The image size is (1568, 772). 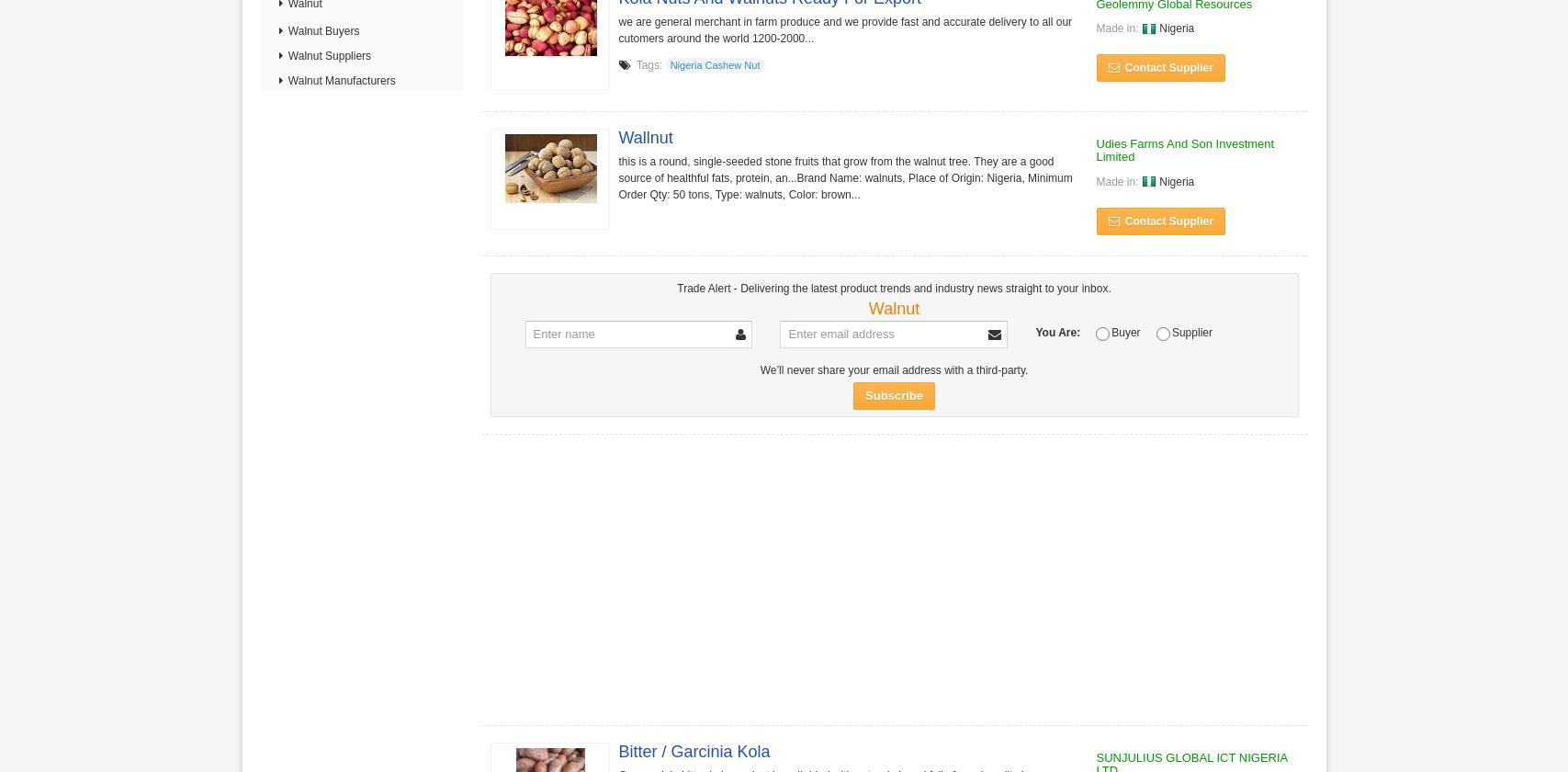 I want to click on 'Tags:', so click(x=649, y=64).